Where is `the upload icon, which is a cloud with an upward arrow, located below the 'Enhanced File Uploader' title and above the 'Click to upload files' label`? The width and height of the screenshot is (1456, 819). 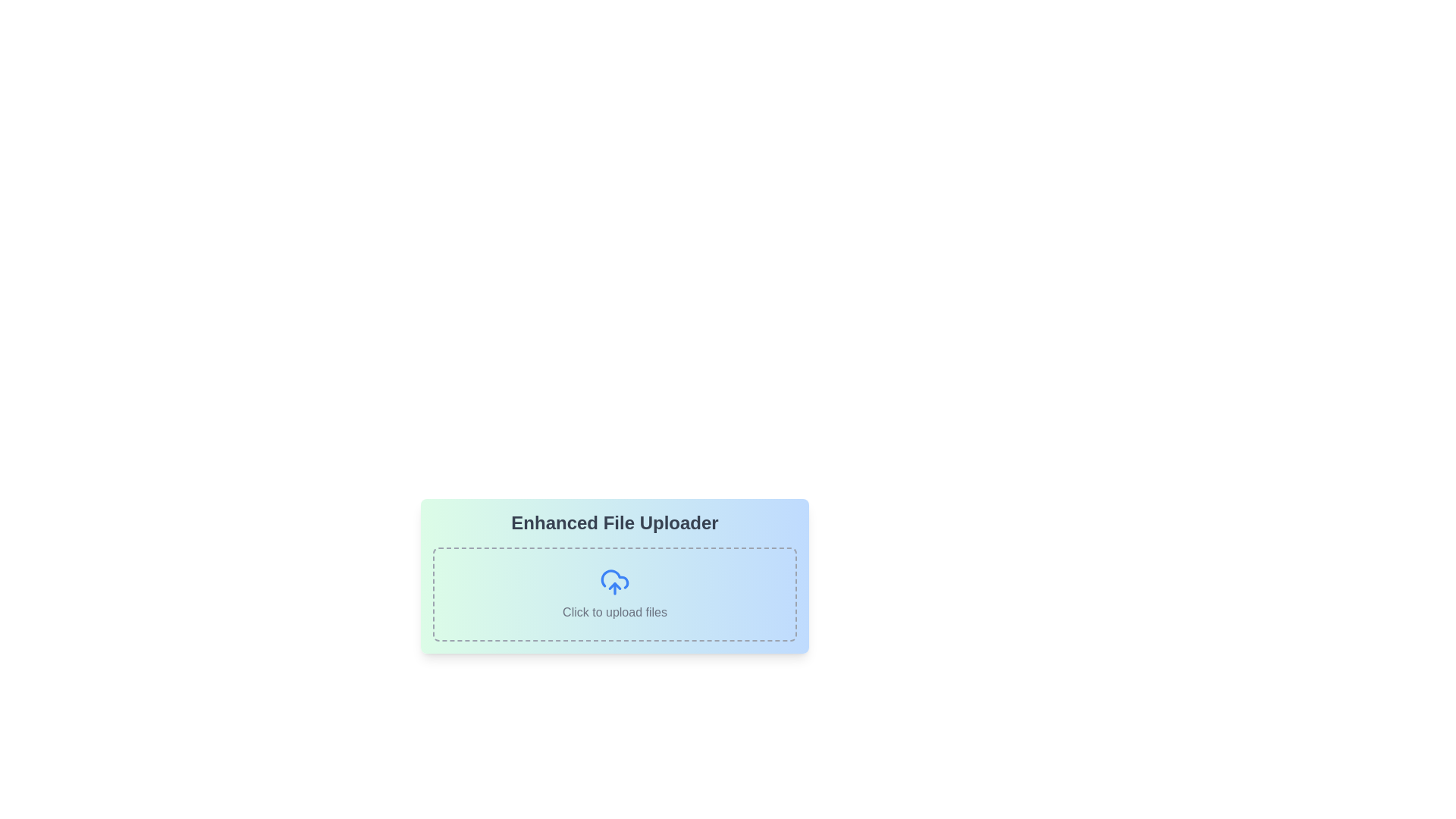
the upload icon, which is a cloud with an upward arrow, located below the 'Enhanced File Uploader' title and above the 'Click to upload files' label is located at coordinates (615, 579).